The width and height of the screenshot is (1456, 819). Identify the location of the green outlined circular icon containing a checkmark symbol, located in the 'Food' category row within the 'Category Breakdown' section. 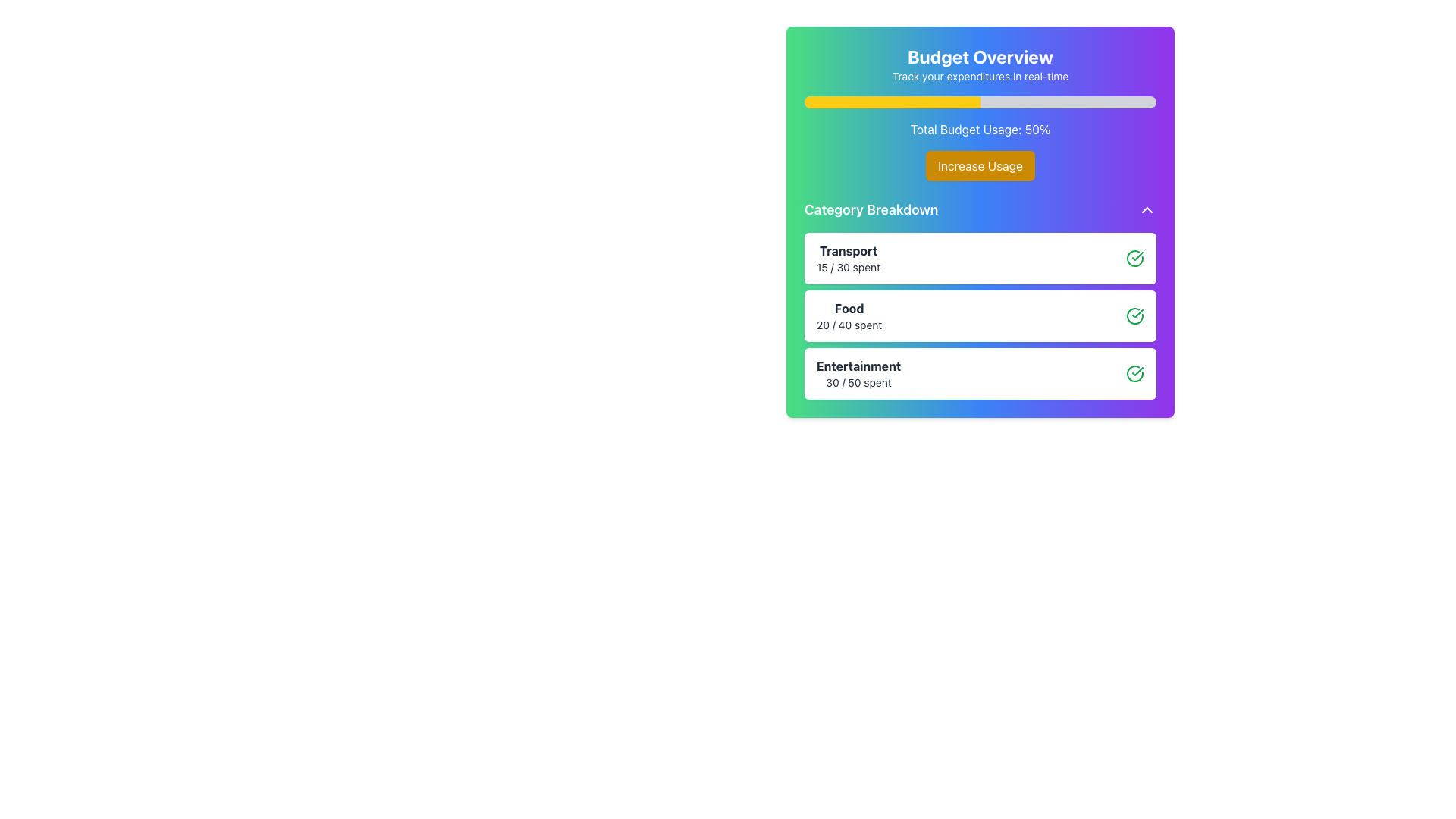
(1137, 256).